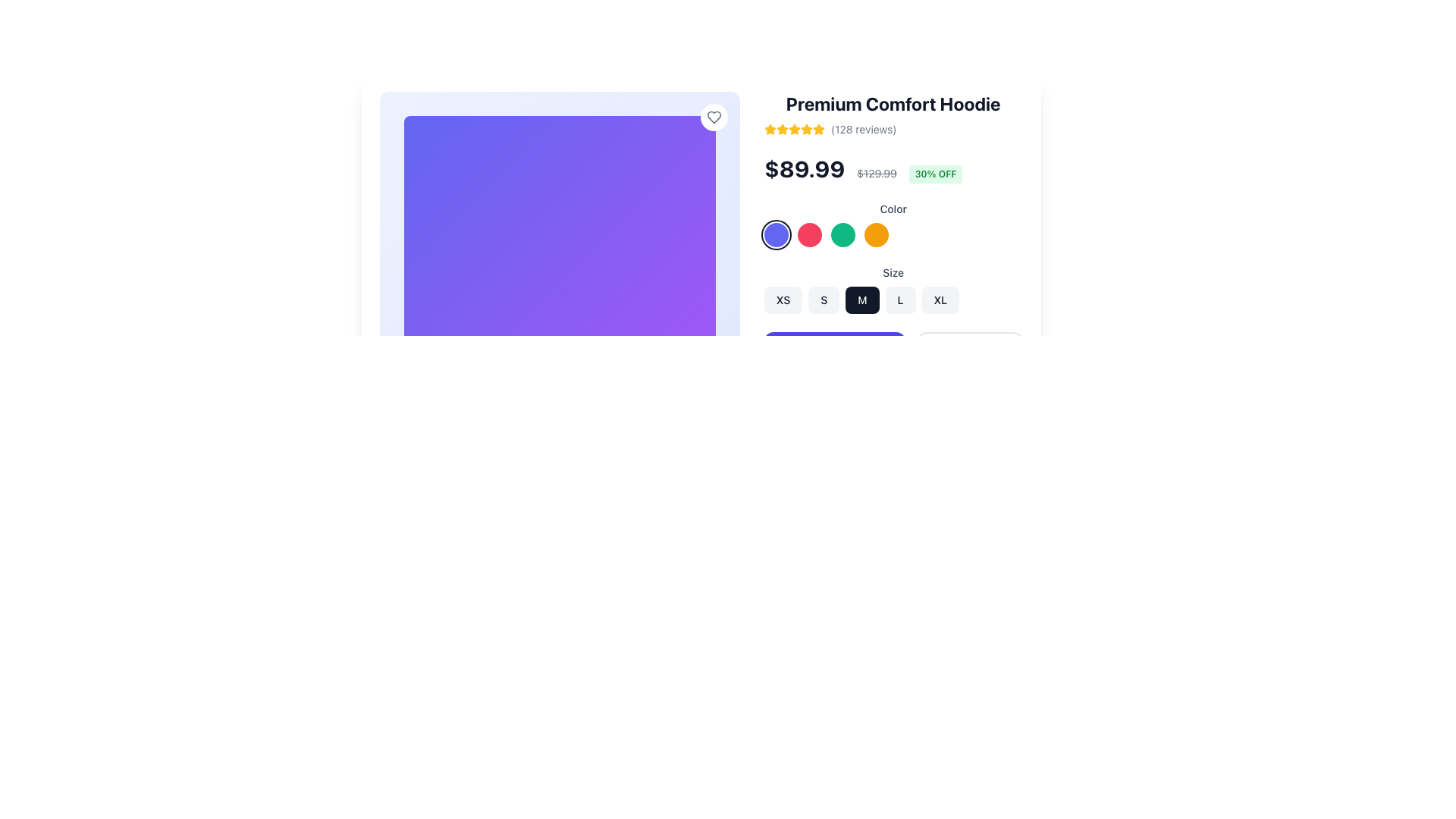 The height and width of the screenshot is (819, 1456). What do you see at coordinates (783, 128) in the screenshot?
I see `the third star icon in the rating system, which represents an active or selected state in the review score display` at bounding box center [783, 128].